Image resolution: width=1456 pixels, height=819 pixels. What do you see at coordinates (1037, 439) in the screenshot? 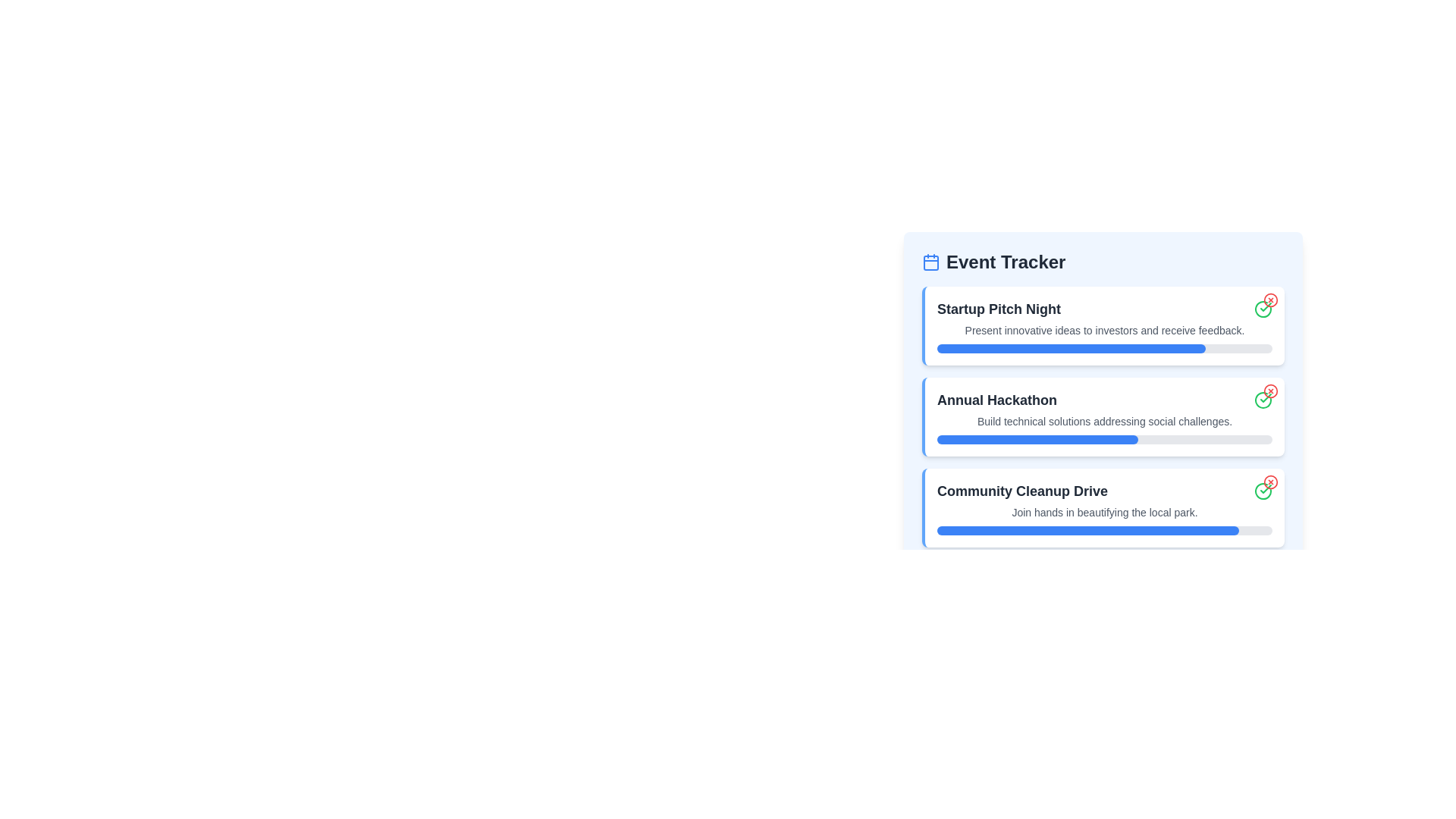
I see `the progress indication represented by the blue, horizontally elongated bar with rounded edges located under the 'Annual Hackathon' event in the 'Event Tracker' section` at bounding box center [1037, 439].